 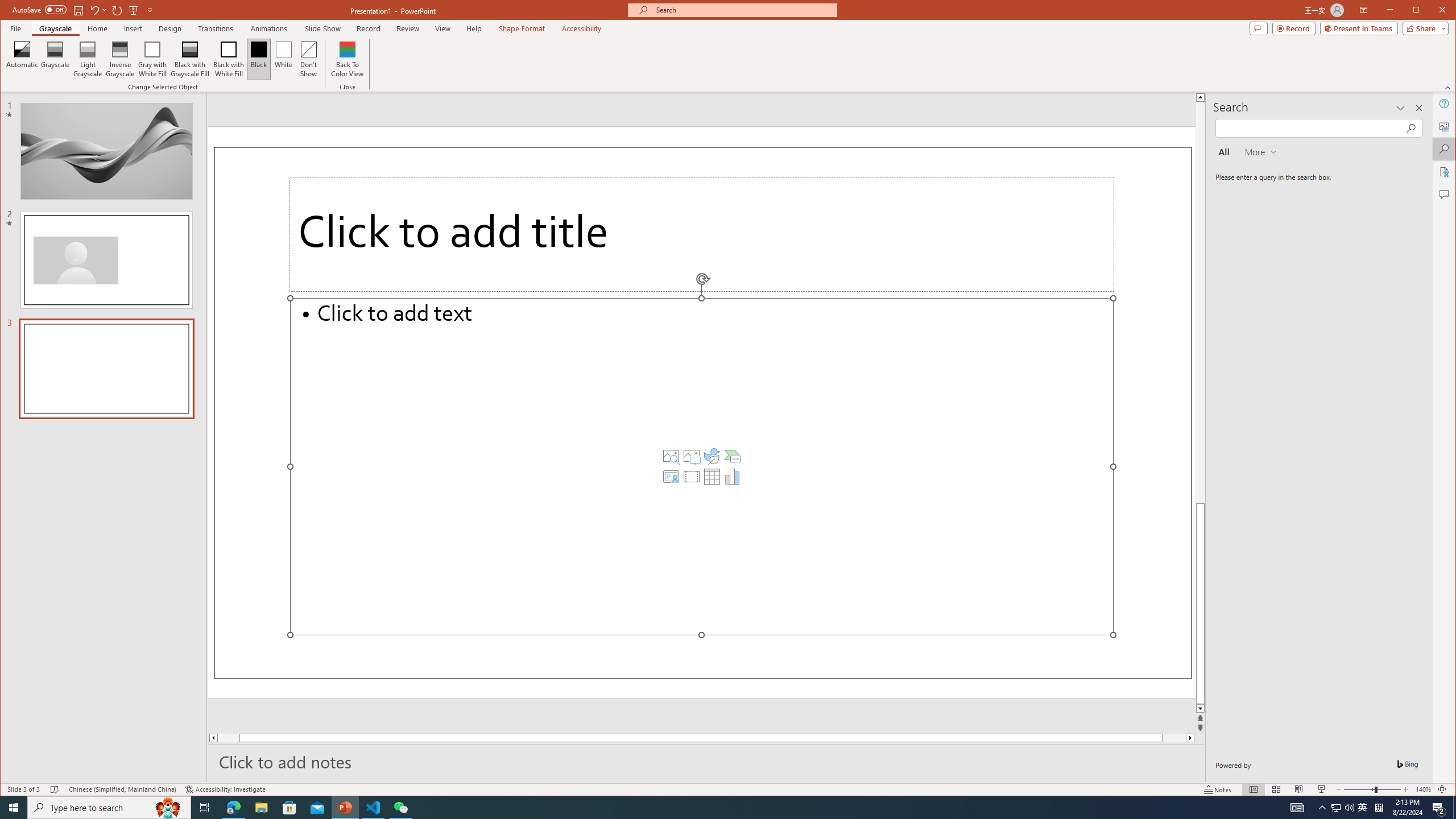 I want to click on 'Back To Color View', so click(x=348, y=59).